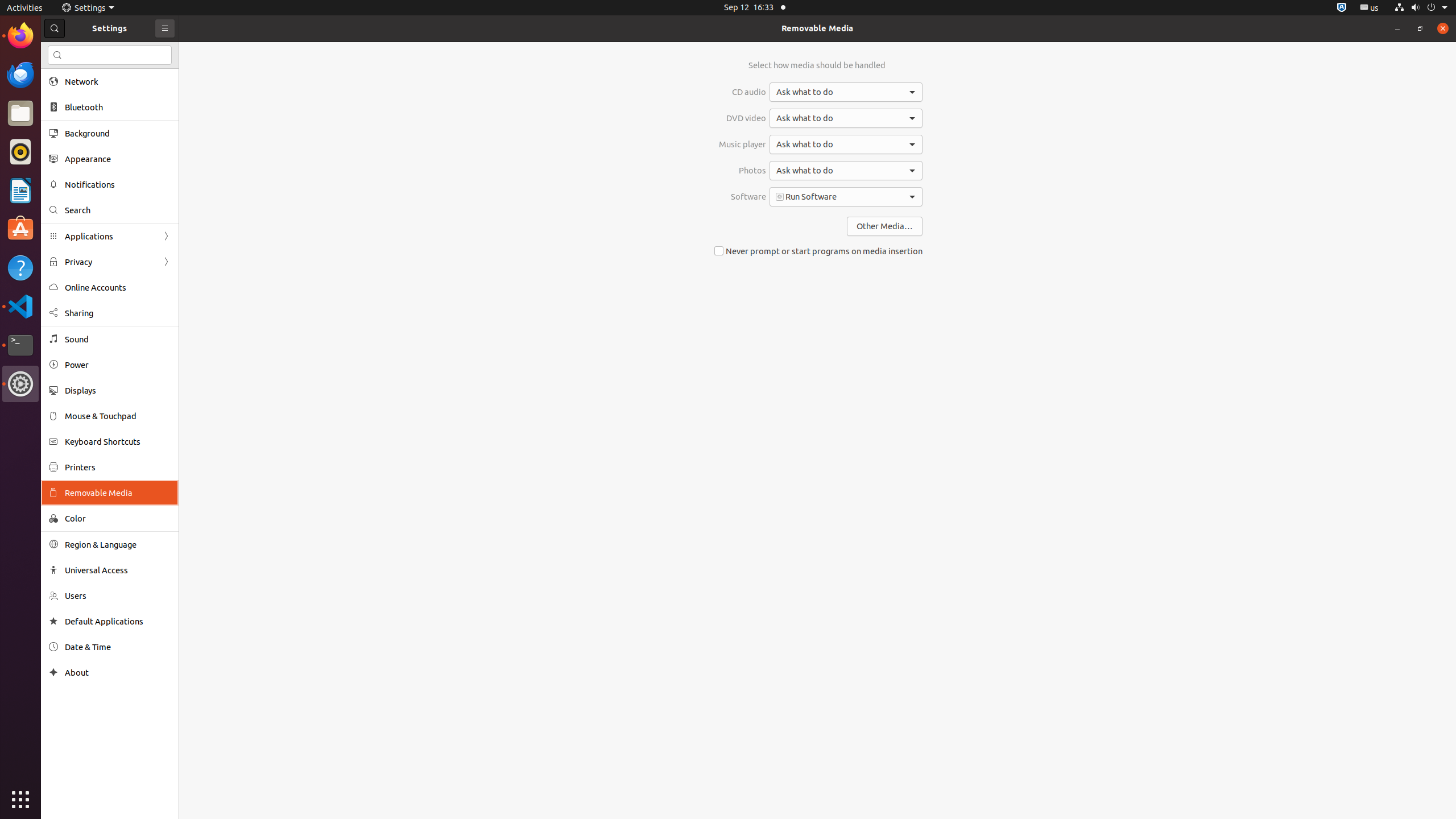 Image resolution: width=1456 pixels, height=819 pixels. What do you see at coordinates (884, 226) in the screenshot?
I see `'Other Media…'` at bounding box center [884, 226].